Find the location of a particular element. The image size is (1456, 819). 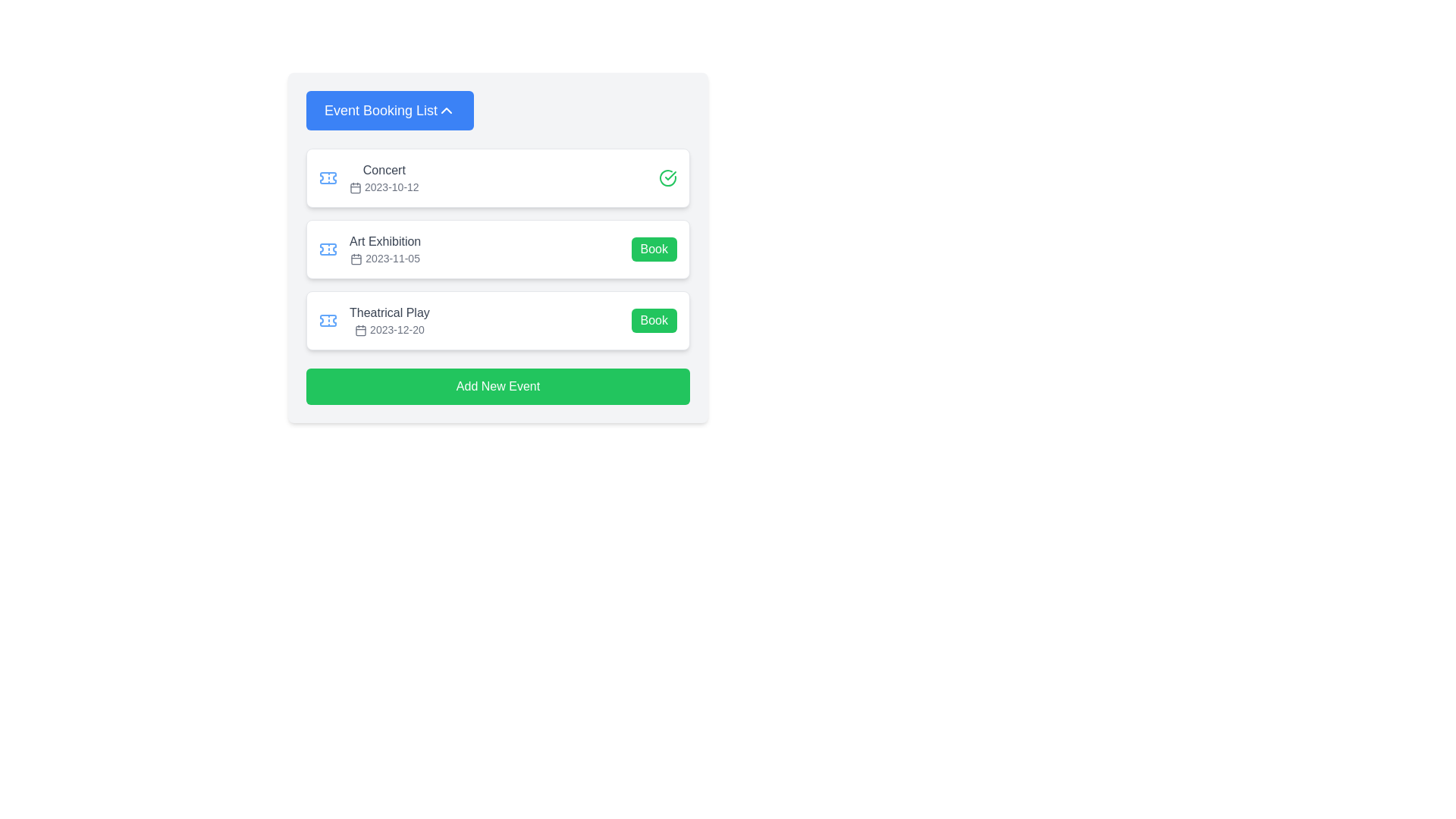

the text label with an accompanying icon representing the date of the 'Theatrical Play' event located below the event title in the card-like structure is located at coordinates (389, 329).